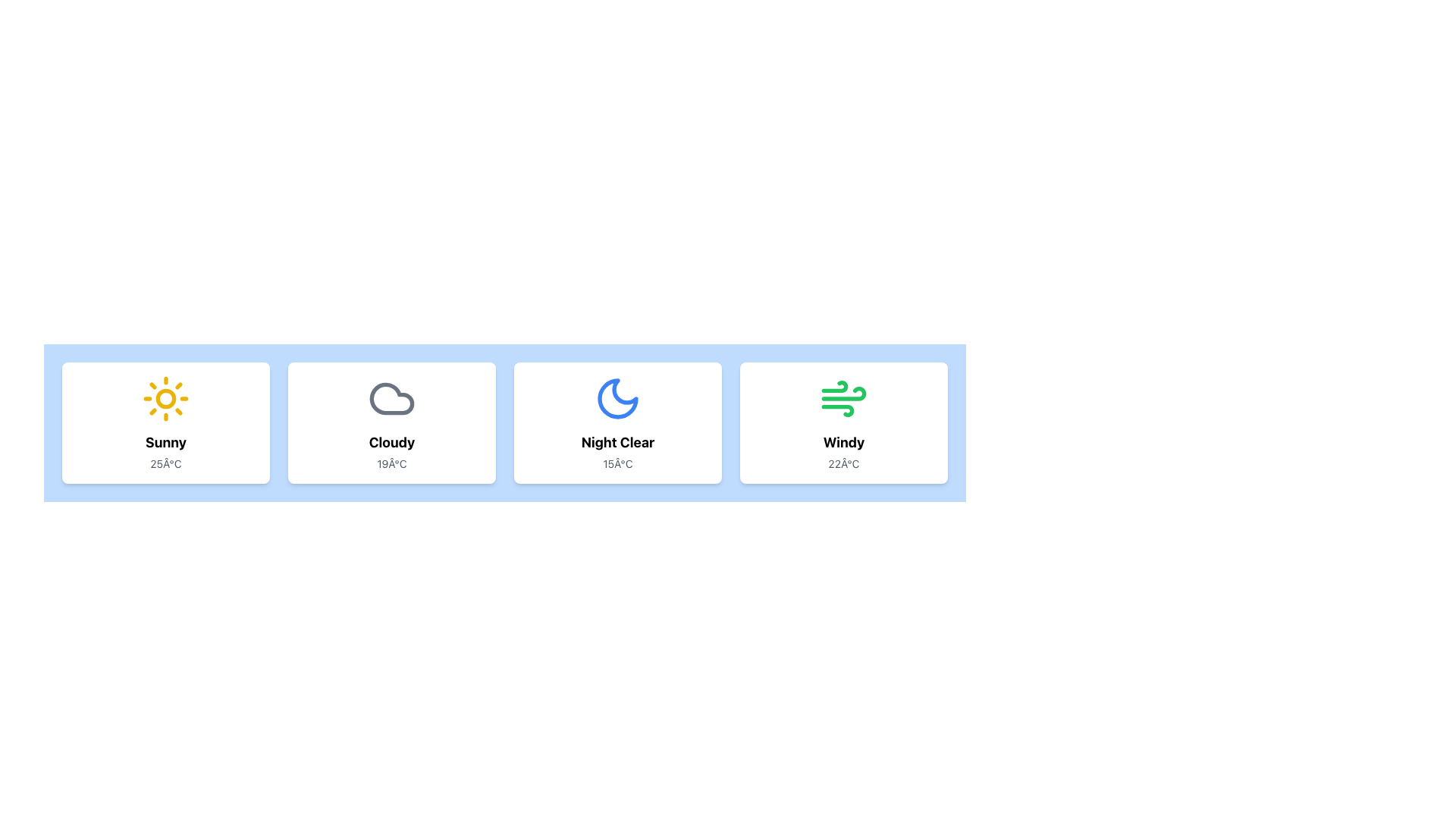  What do you see at coordinates (392, 423) in the screenshot?
I see `information displayed on the weather condition card showing 'Cloudy' with a temperature of '19°C', which is the second card in a horizontal grid of weather cards` at bounding box center [392, 423].